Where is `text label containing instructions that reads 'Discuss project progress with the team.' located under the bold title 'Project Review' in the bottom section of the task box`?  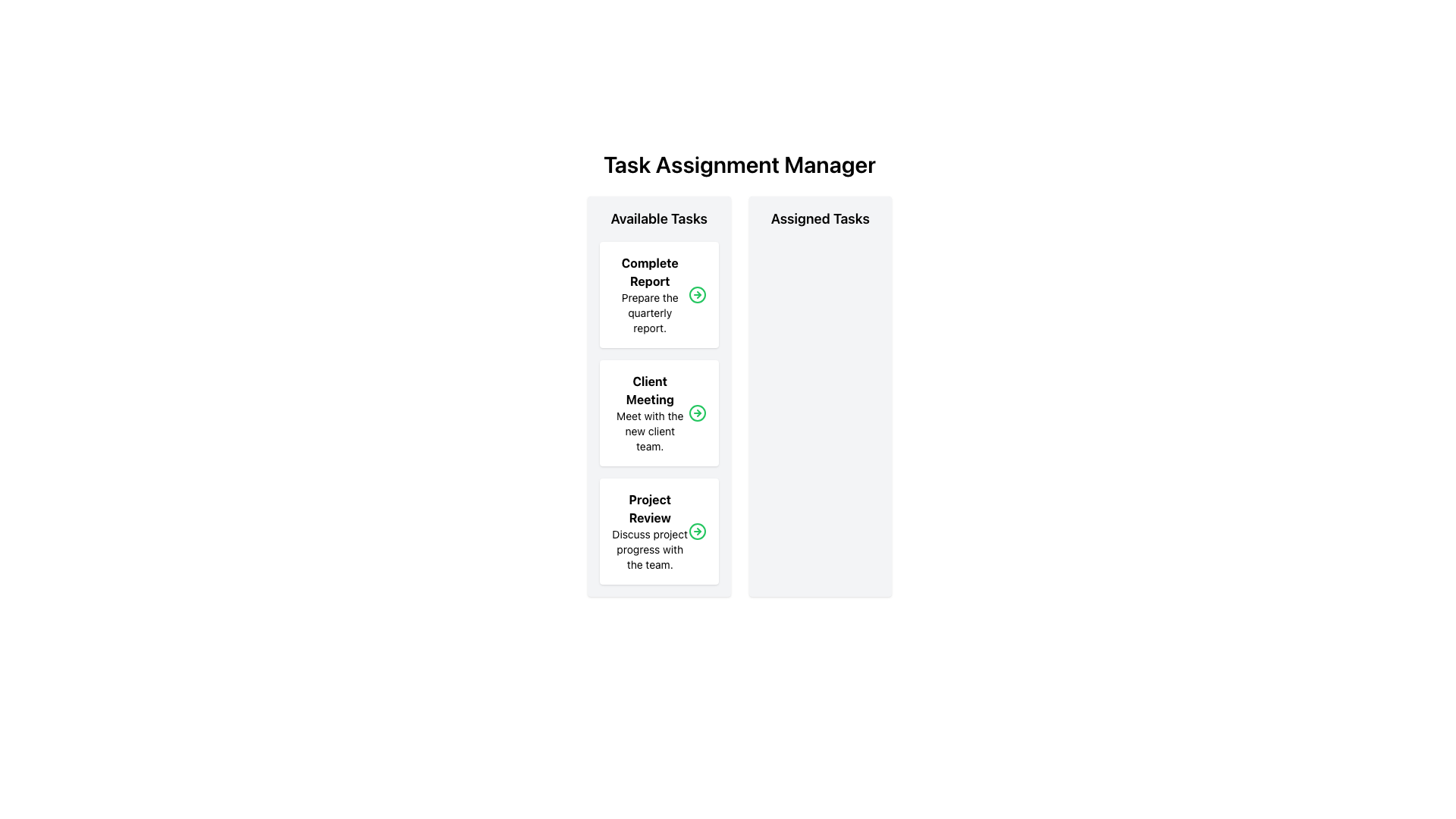 text label containing instructions that reads 'Discuss project progress with the team.' located under the bold title 'Project Review' in the bottom section of the task box is located at coordinates (650, 550).